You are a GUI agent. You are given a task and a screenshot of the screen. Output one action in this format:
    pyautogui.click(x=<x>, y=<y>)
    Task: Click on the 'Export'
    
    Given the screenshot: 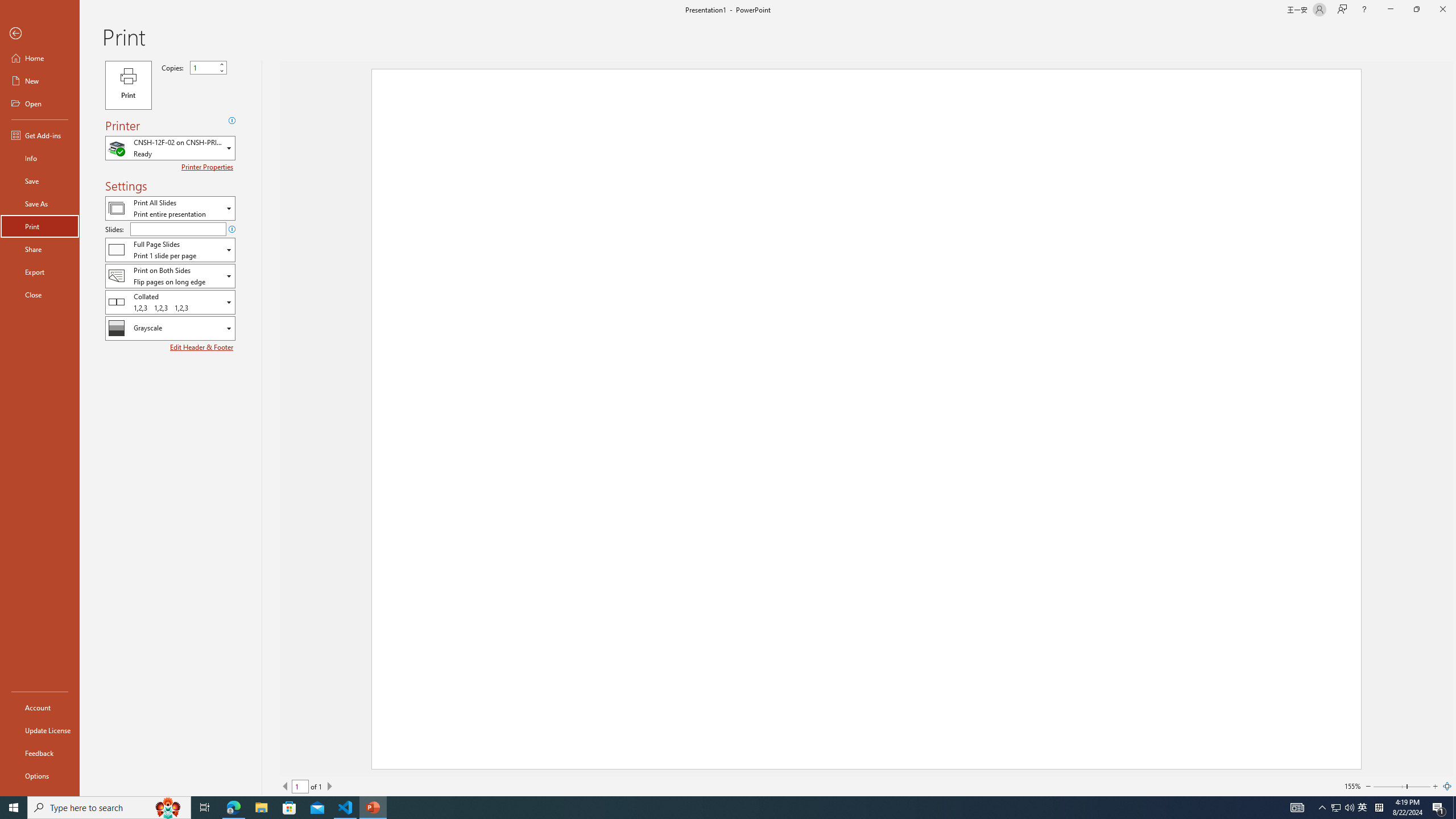 What is the action you would take?
    pyautogui.click(x=39, y=272)
    